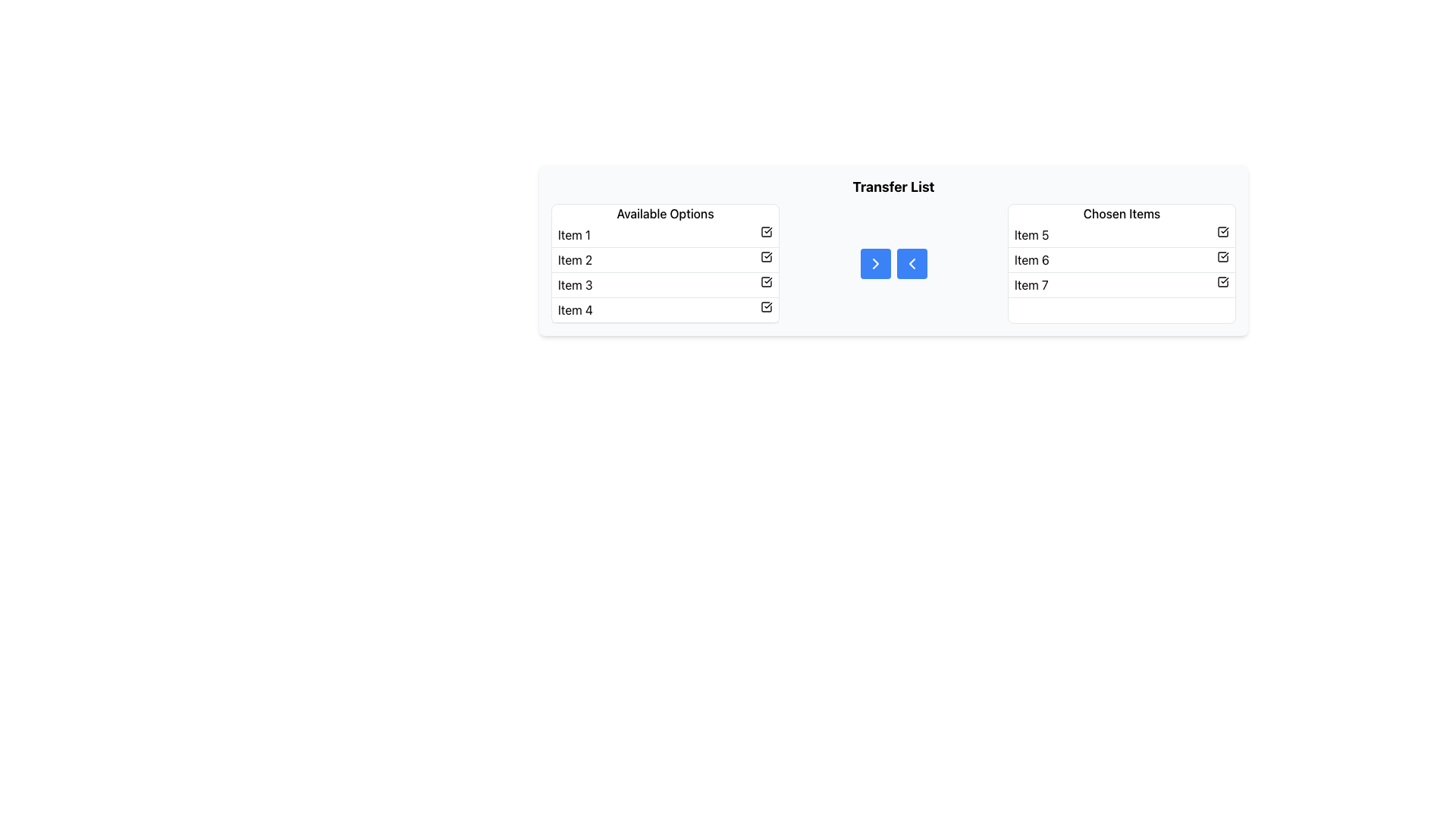 Image resolution: width=1456 pixels, height=819 pixels. What do you see at coordinates (911, 262) in the screenshot?
I see `the left-pointing arrow icon embedded in a blue button located in the 'Transfer List' section` at bounding box center [911, 262].